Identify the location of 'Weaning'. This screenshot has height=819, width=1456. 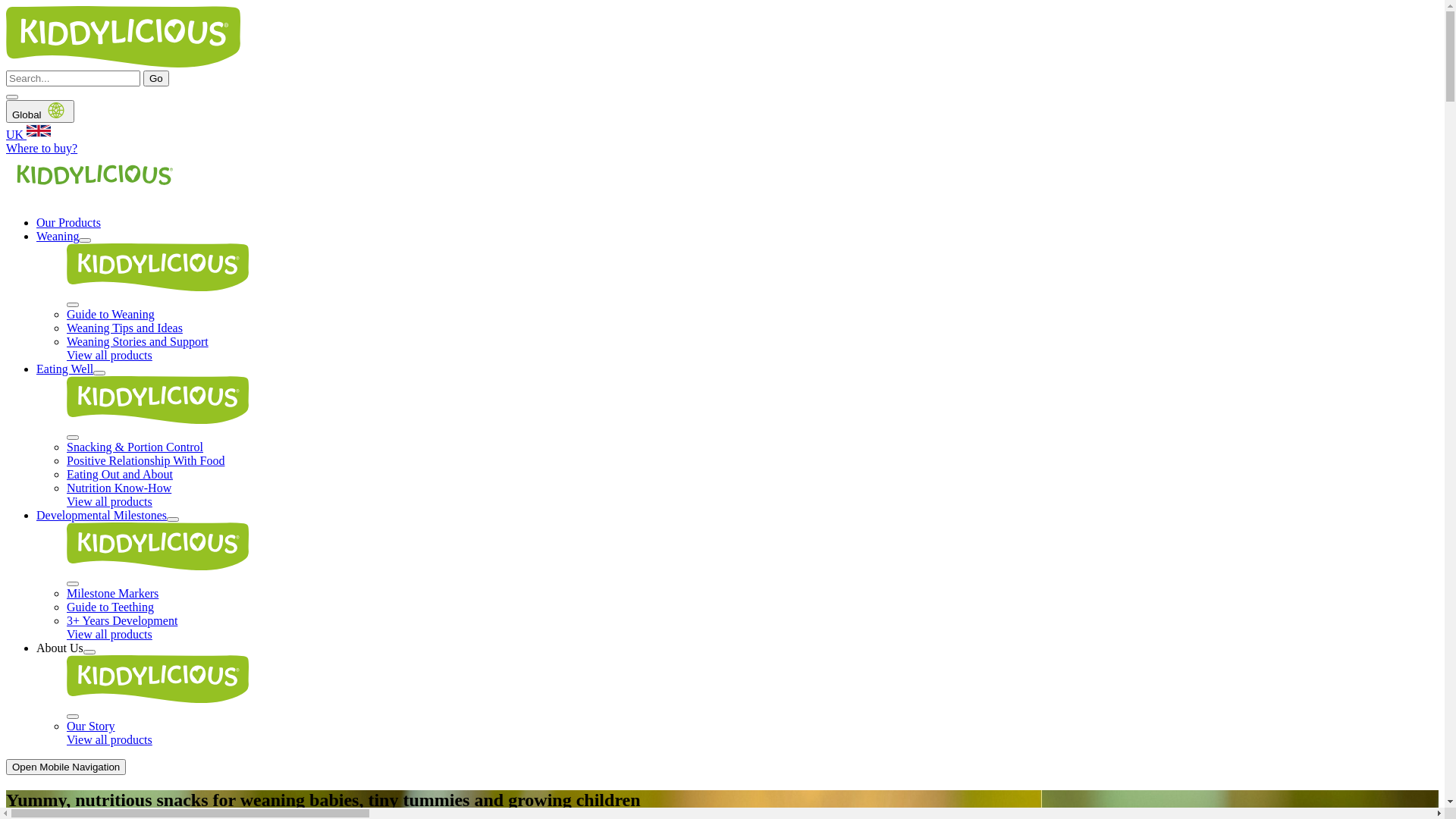
(58, 236).